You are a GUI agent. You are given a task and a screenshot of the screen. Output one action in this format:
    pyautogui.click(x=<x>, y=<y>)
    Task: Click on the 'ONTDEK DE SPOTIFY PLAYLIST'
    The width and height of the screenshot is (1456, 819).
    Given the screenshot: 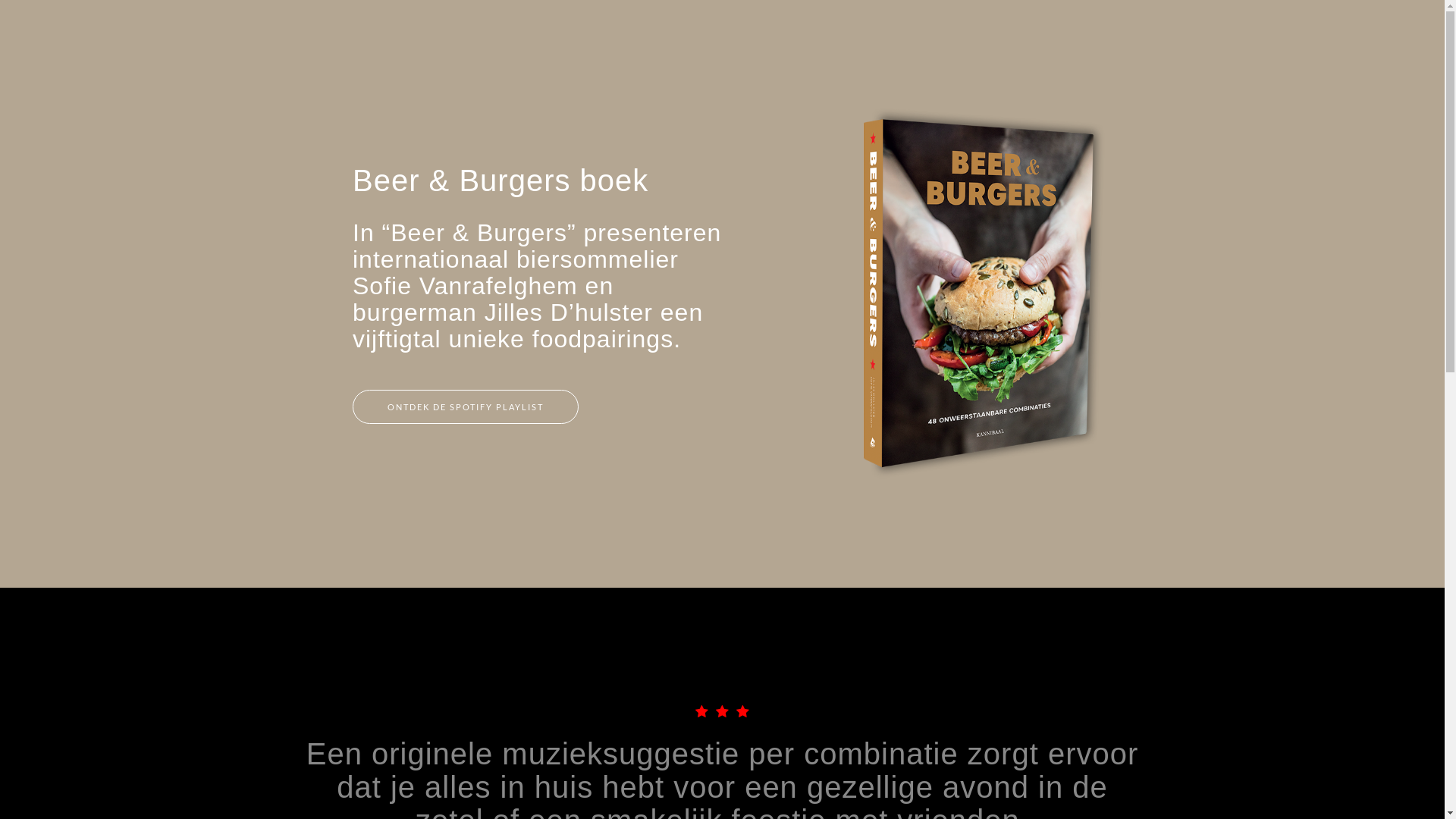 What is the action you would take?
    pyautogui.click(x=465, y=406)
    